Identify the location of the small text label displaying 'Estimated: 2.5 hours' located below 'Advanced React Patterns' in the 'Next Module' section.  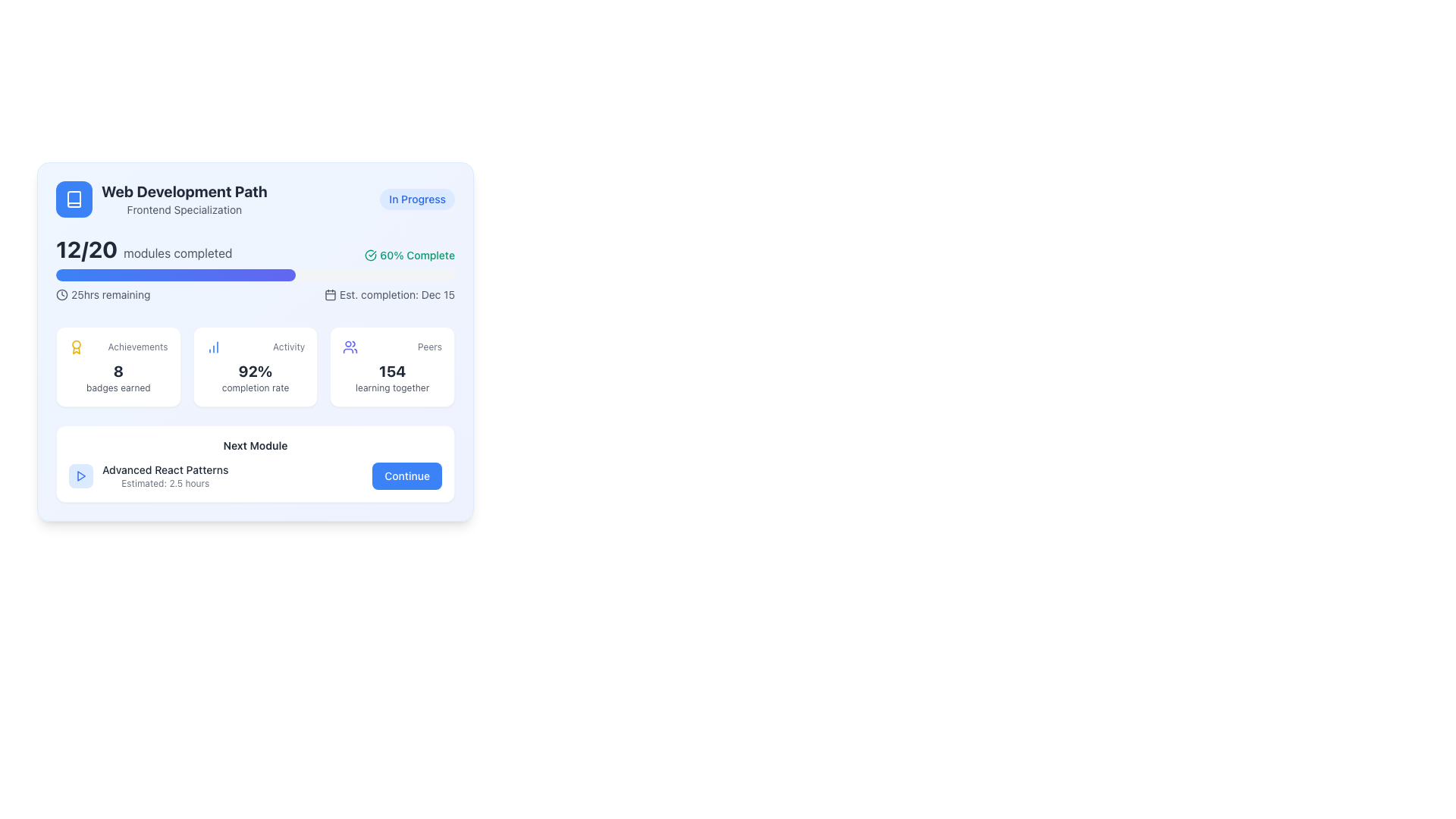
(165, 483).